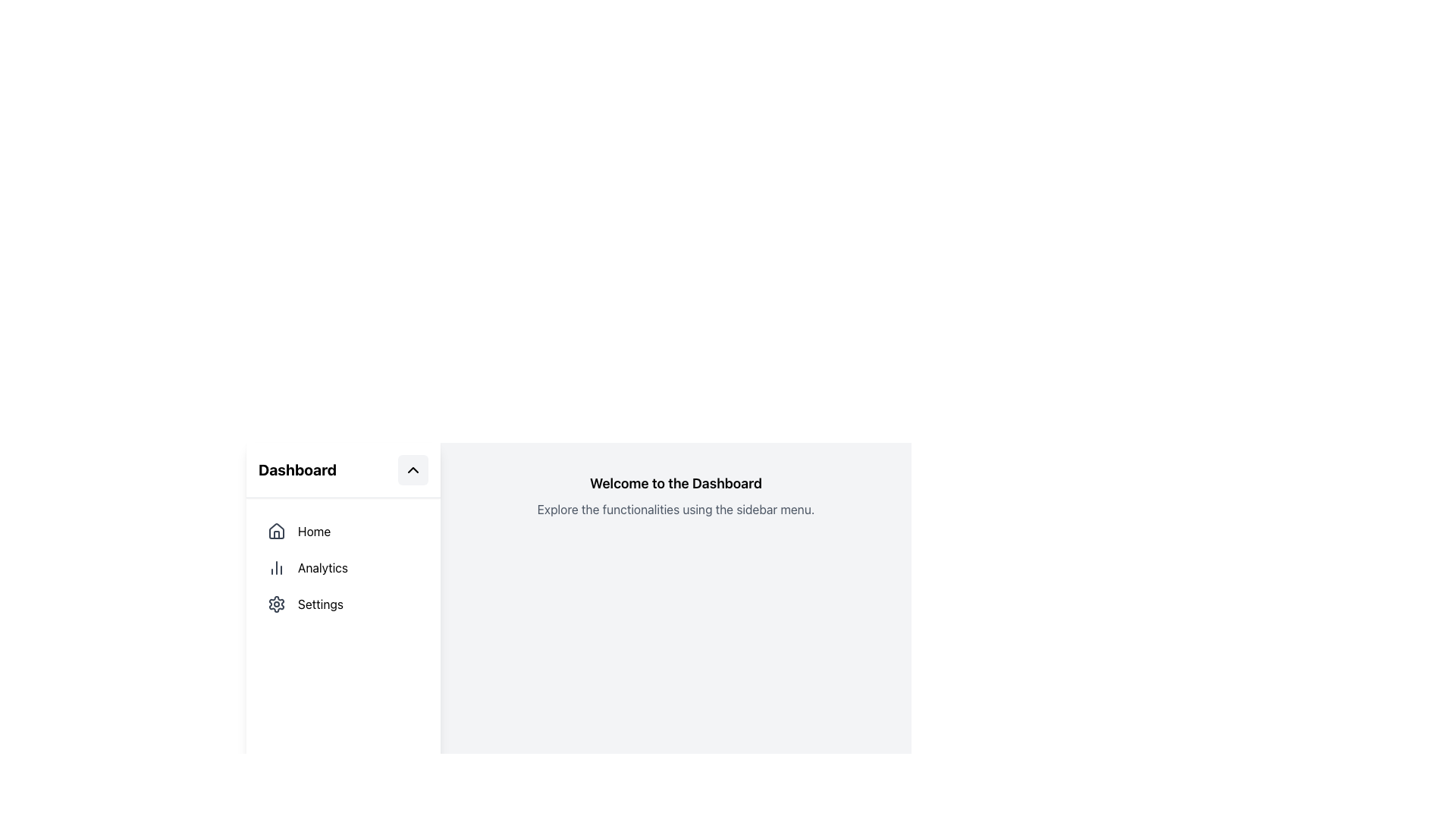  I want to click on the 'Settings' icon in the sidebar navigation interface, located at the start of the horizontal list item labeled 'Settings', so click(276, 604).